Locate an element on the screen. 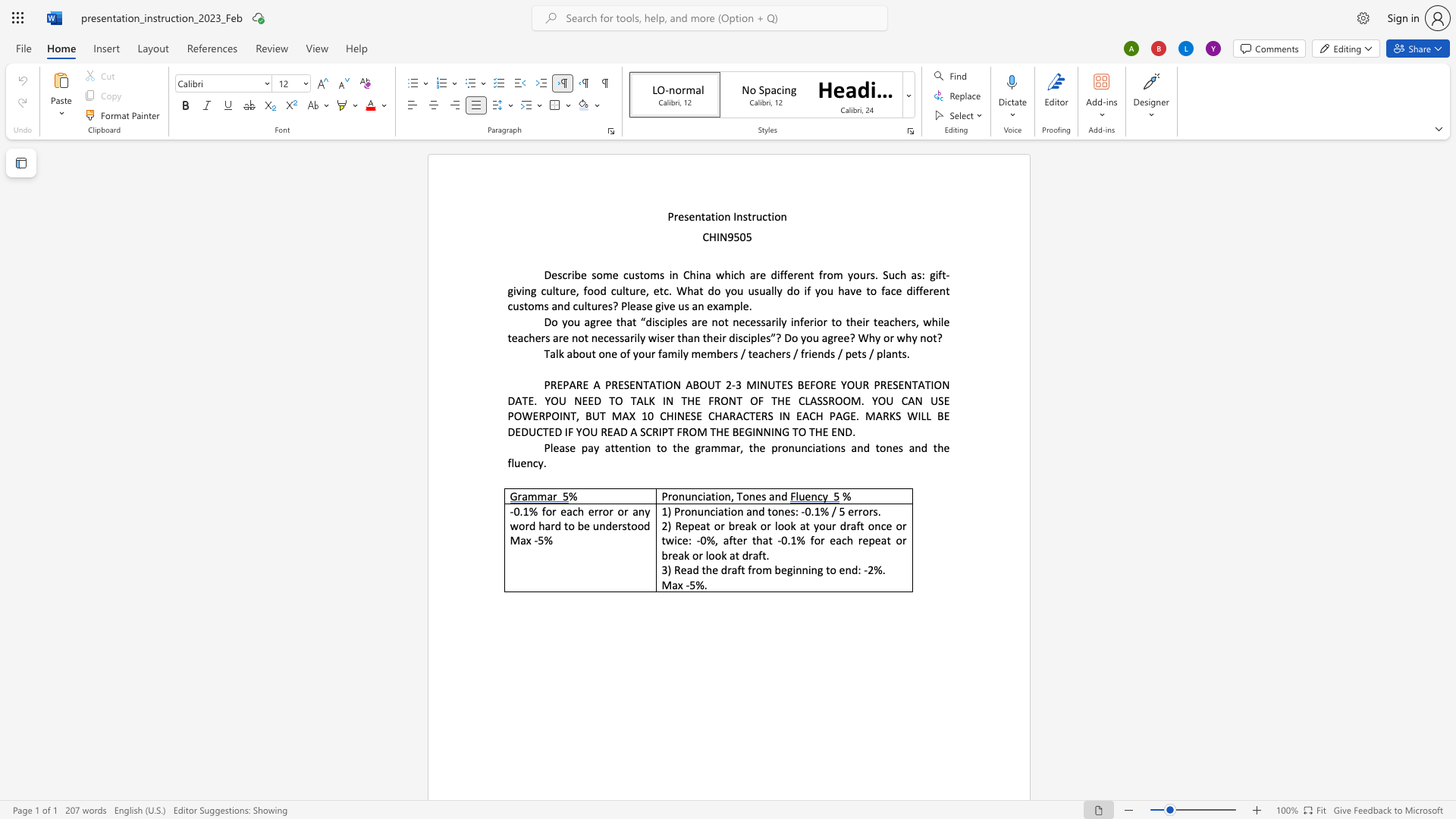  the 1th character "," in the text is located at coordinates (732, 496).